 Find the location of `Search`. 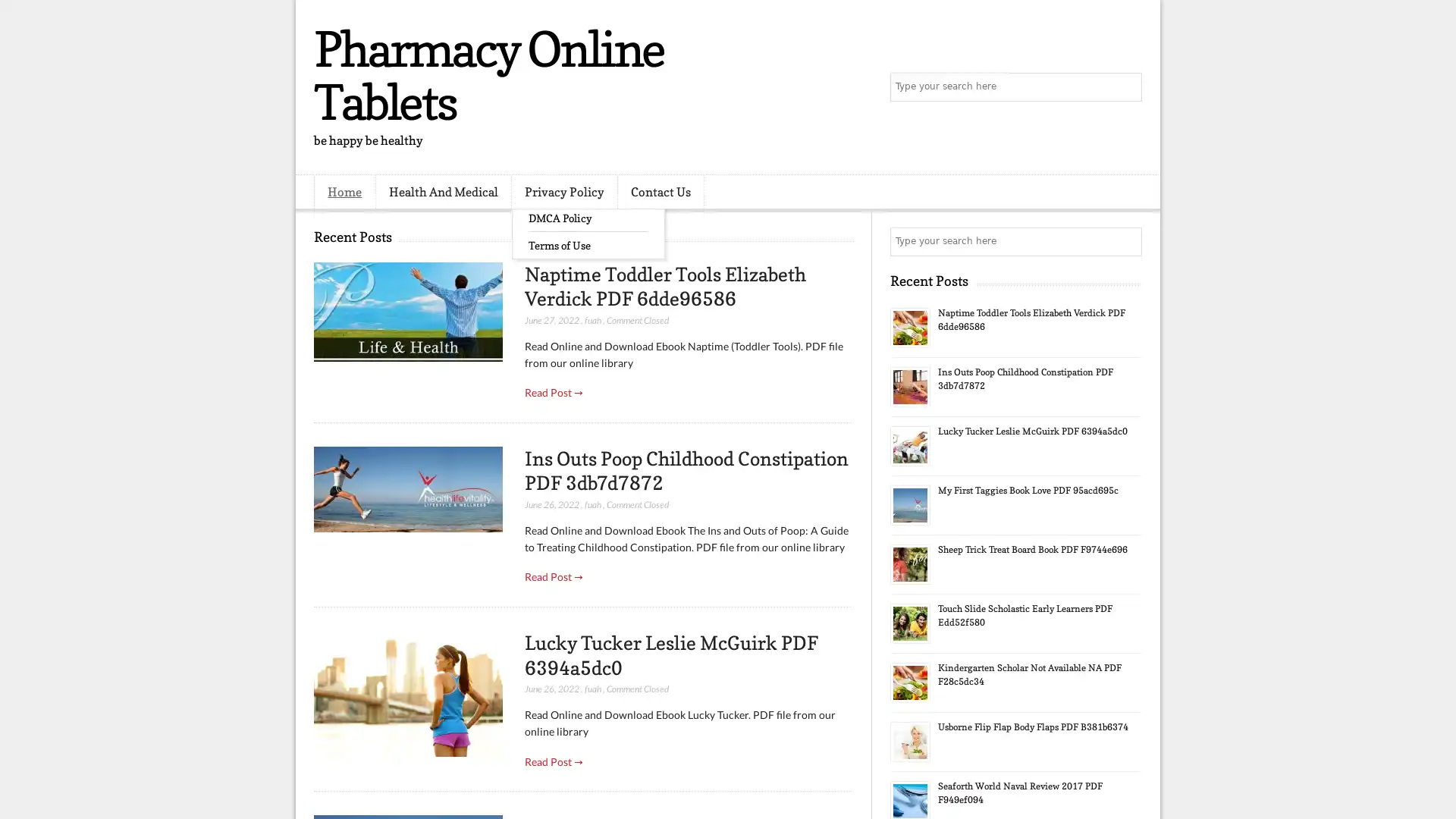

Search is located at coordinates (1126, 241).